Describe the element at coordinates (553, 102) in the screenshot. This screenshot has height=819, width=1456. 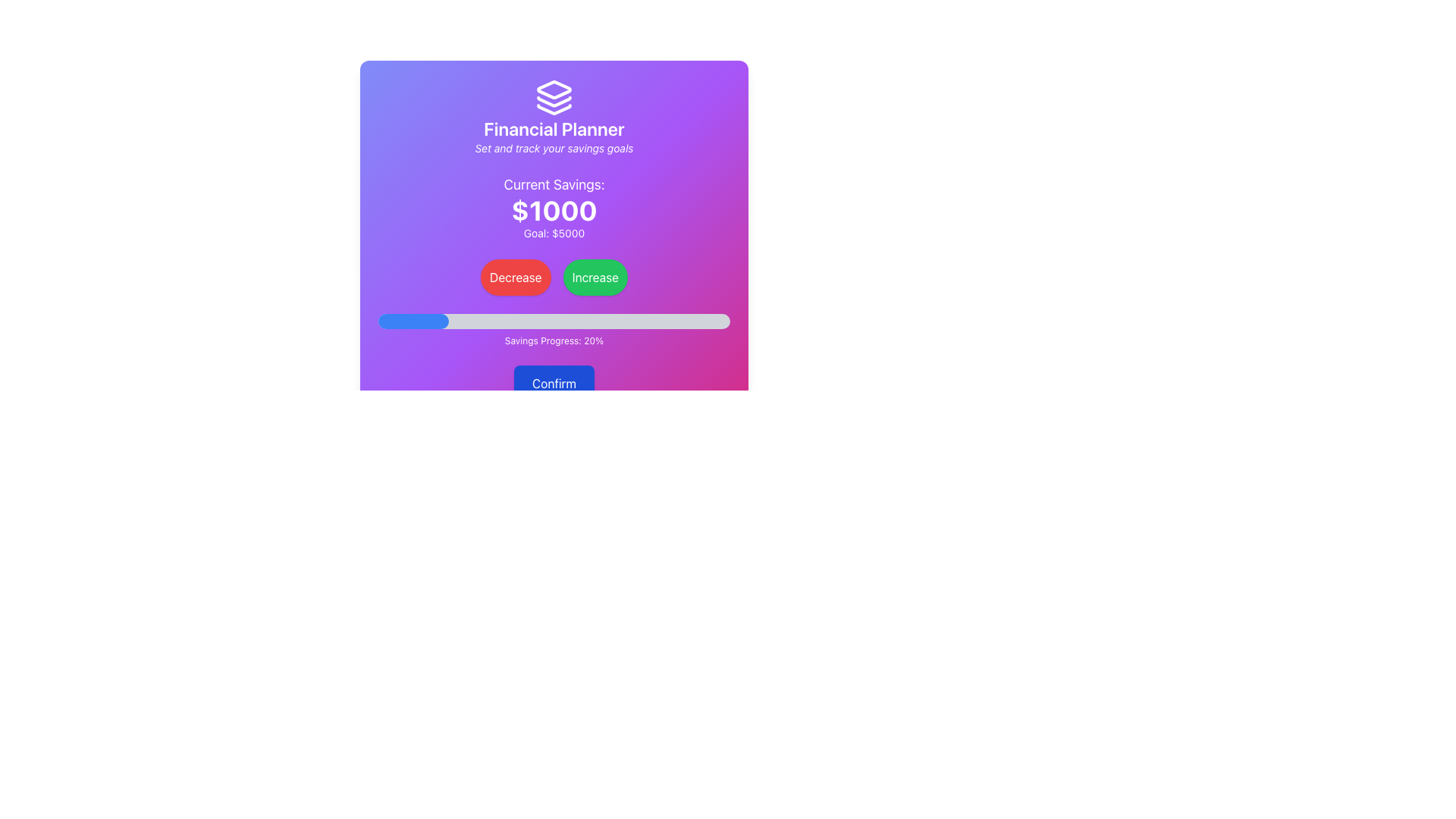
I see `the second layer of the stacked icon located at the top center of the interface` at that location.